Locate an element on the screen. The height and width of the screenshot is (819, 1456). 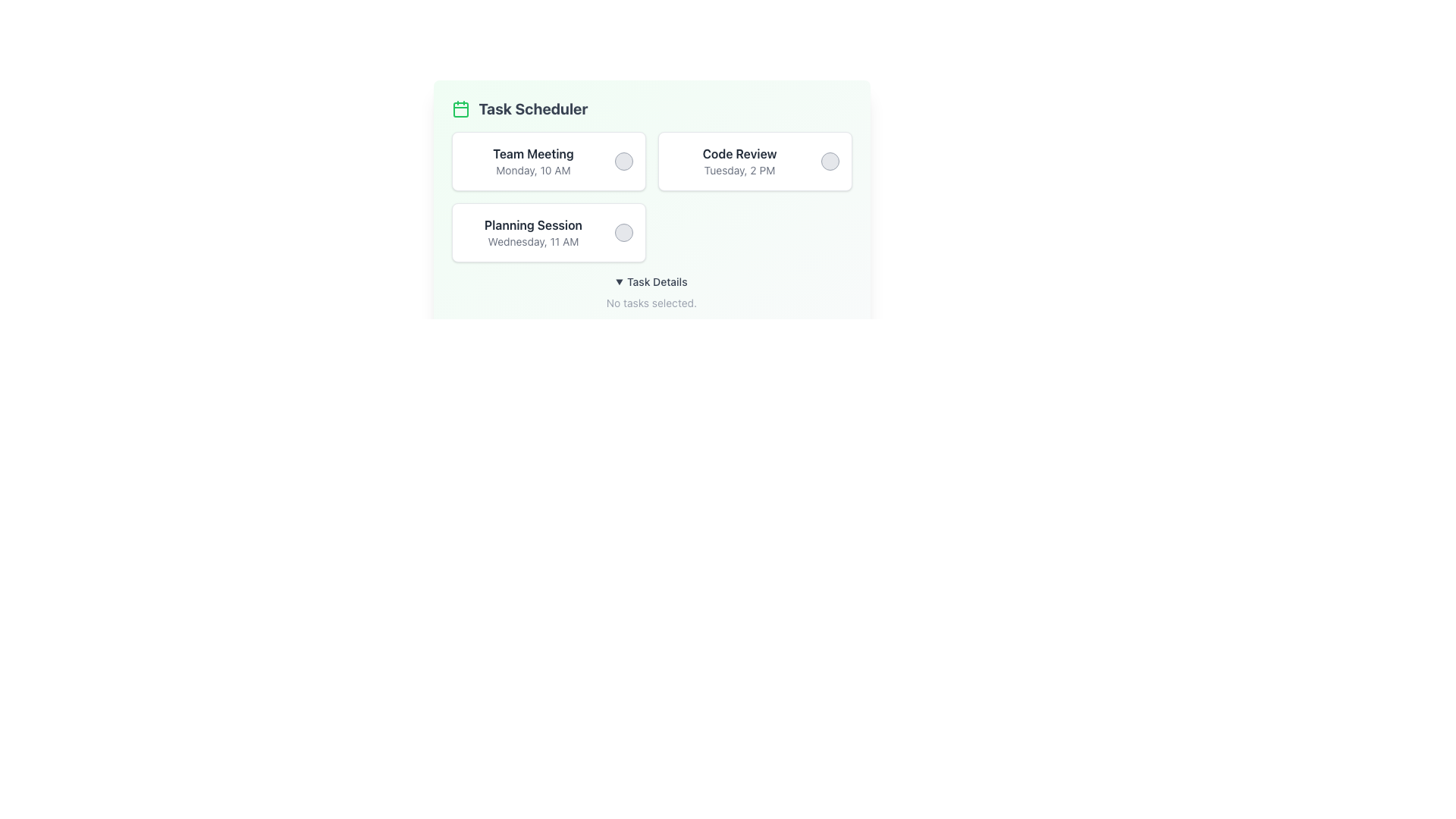
the circular indicator button located in the bottom-left quadrant of the 'Planning Session - Wednesday, 11 AM' section is located at coordinates (623, 233).